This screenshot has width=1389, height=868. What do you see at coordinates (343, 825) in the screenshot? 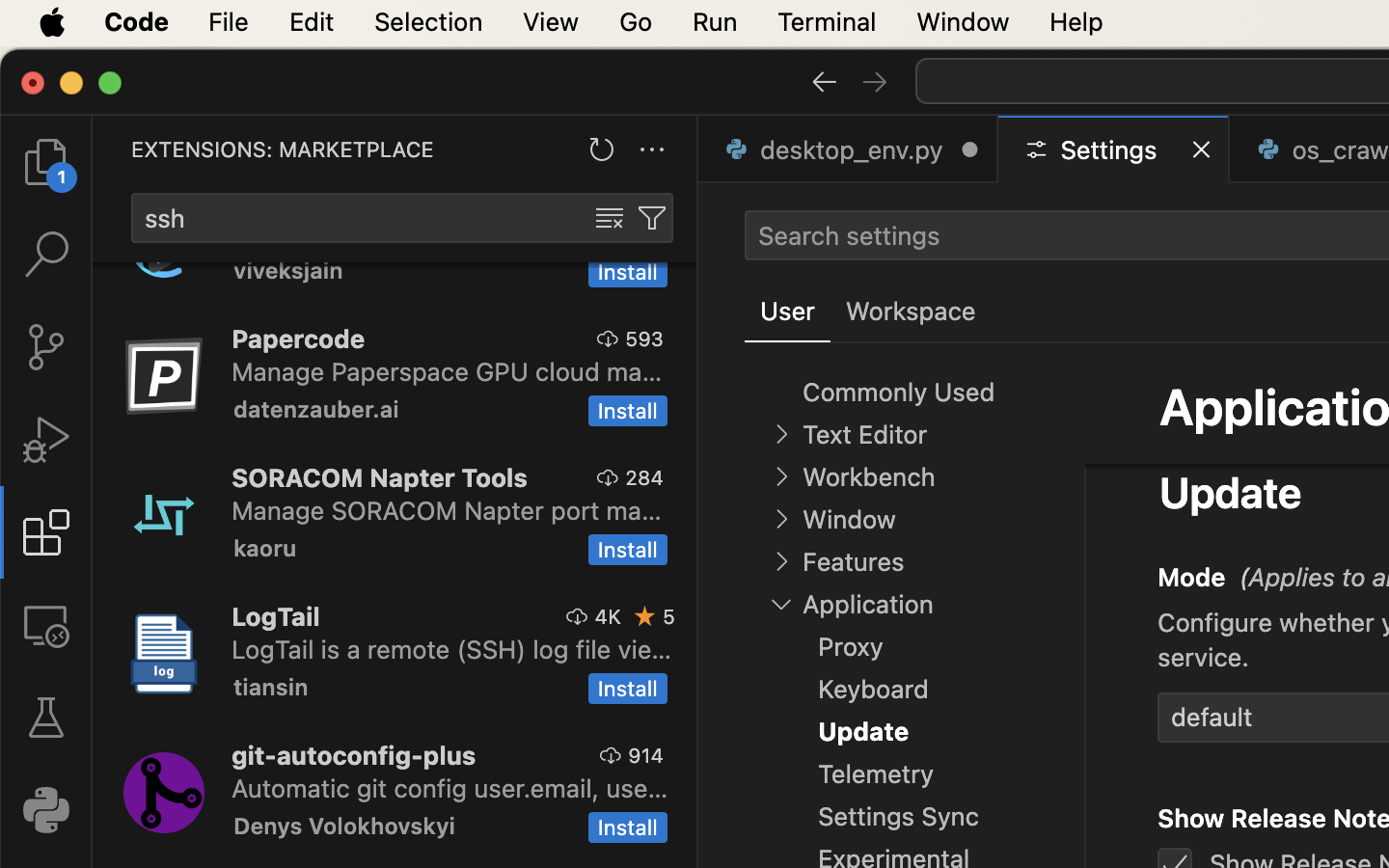
I see `'Denys Volokhovskyi'` at bounding box center [343, 825].